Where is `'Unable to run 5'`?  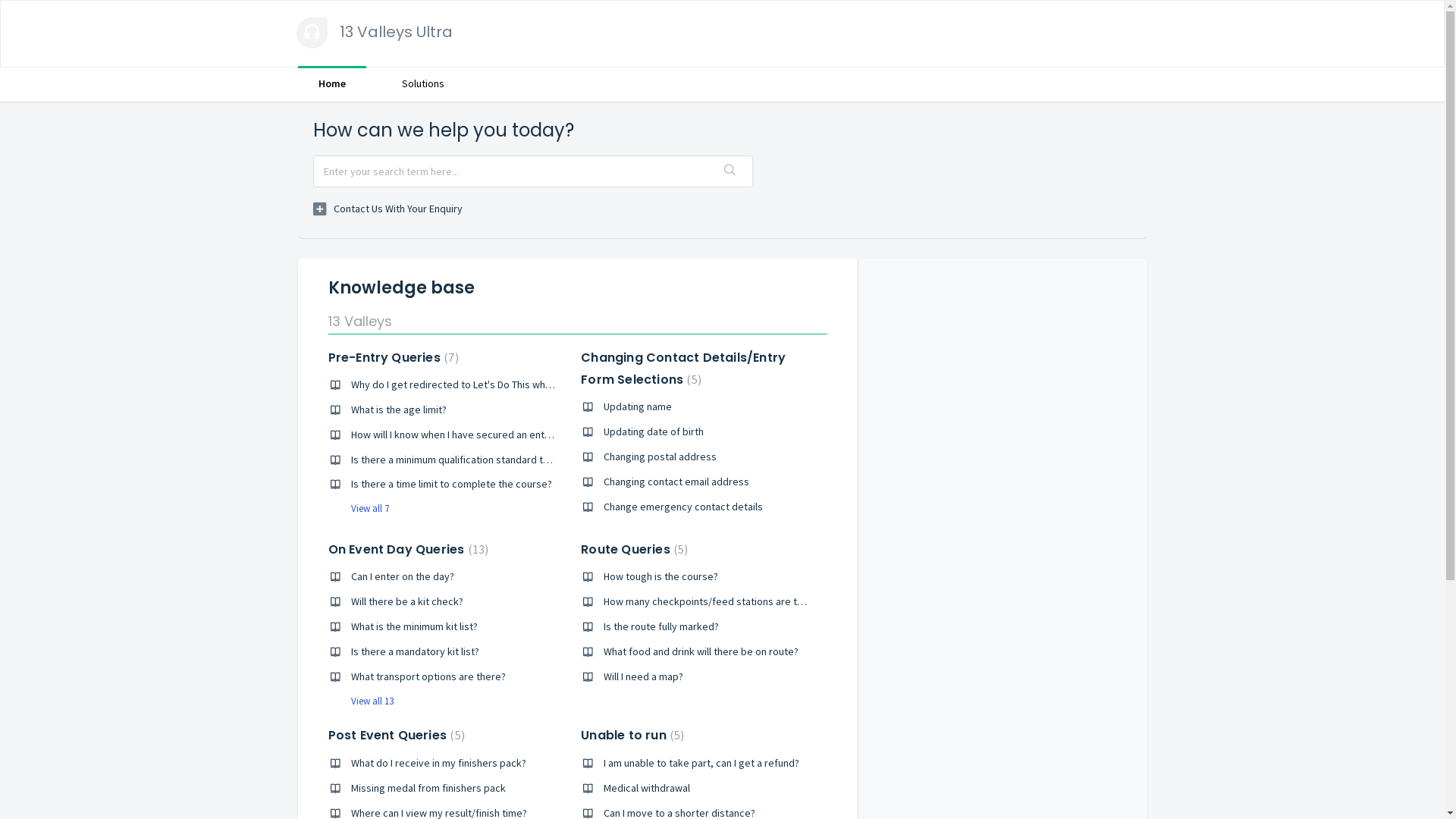 'Unable to run 5' is located at coordinates (632, 734).